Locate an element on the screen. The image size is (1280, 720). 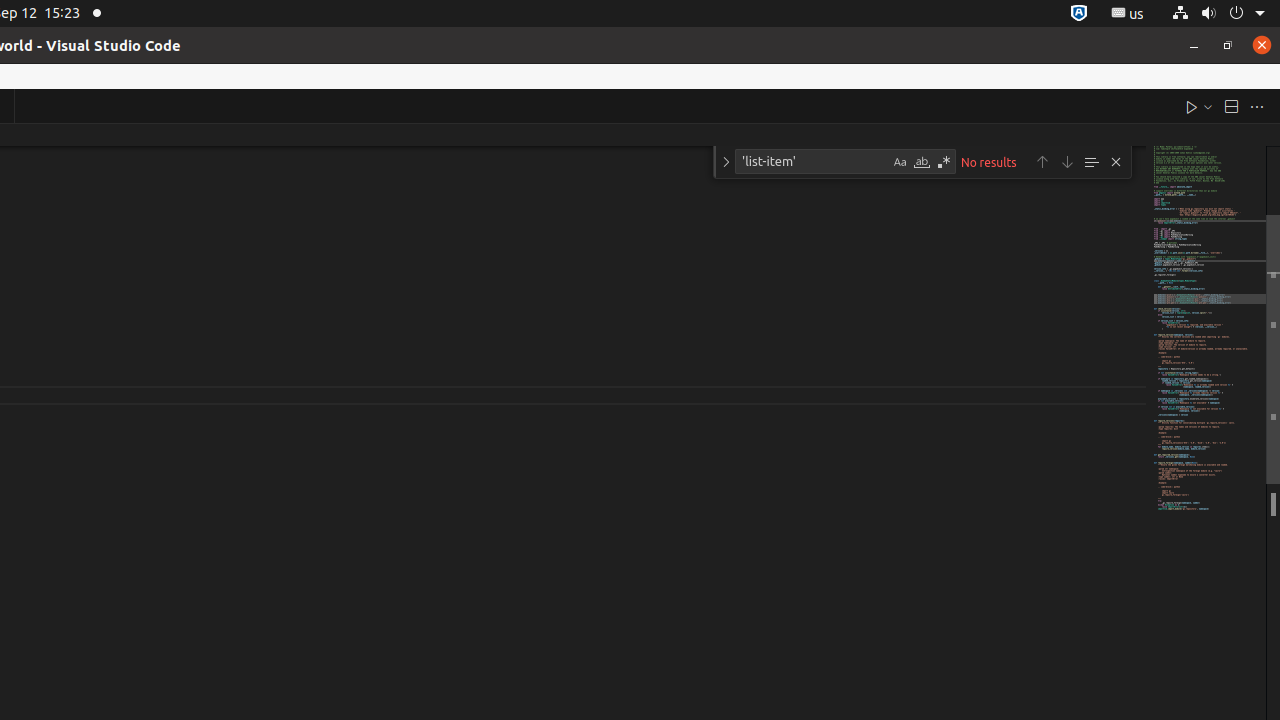
'Toggle Replace' is located at coordinates (725, 161).